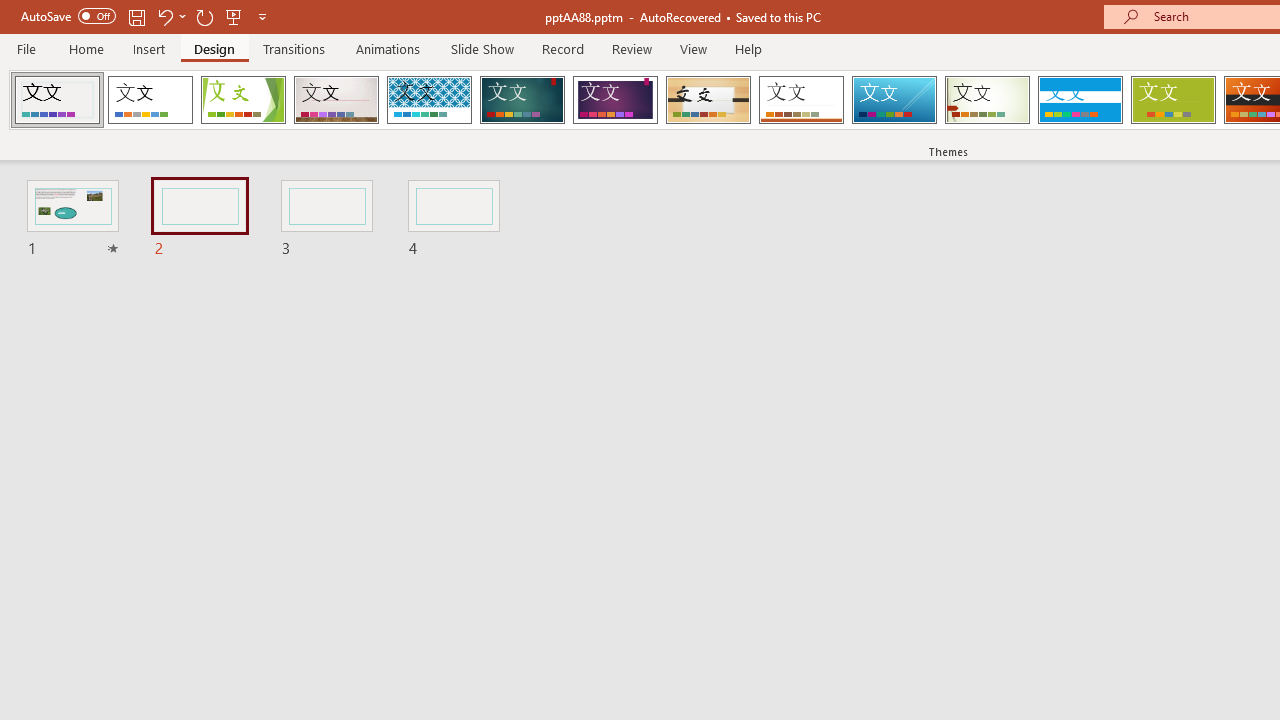 The width and height of the screenshot is (1280, 720). Describe the element at coordinates (893, 100) in the screenshot. I see `'Slice Loading Preview...'` at that location.